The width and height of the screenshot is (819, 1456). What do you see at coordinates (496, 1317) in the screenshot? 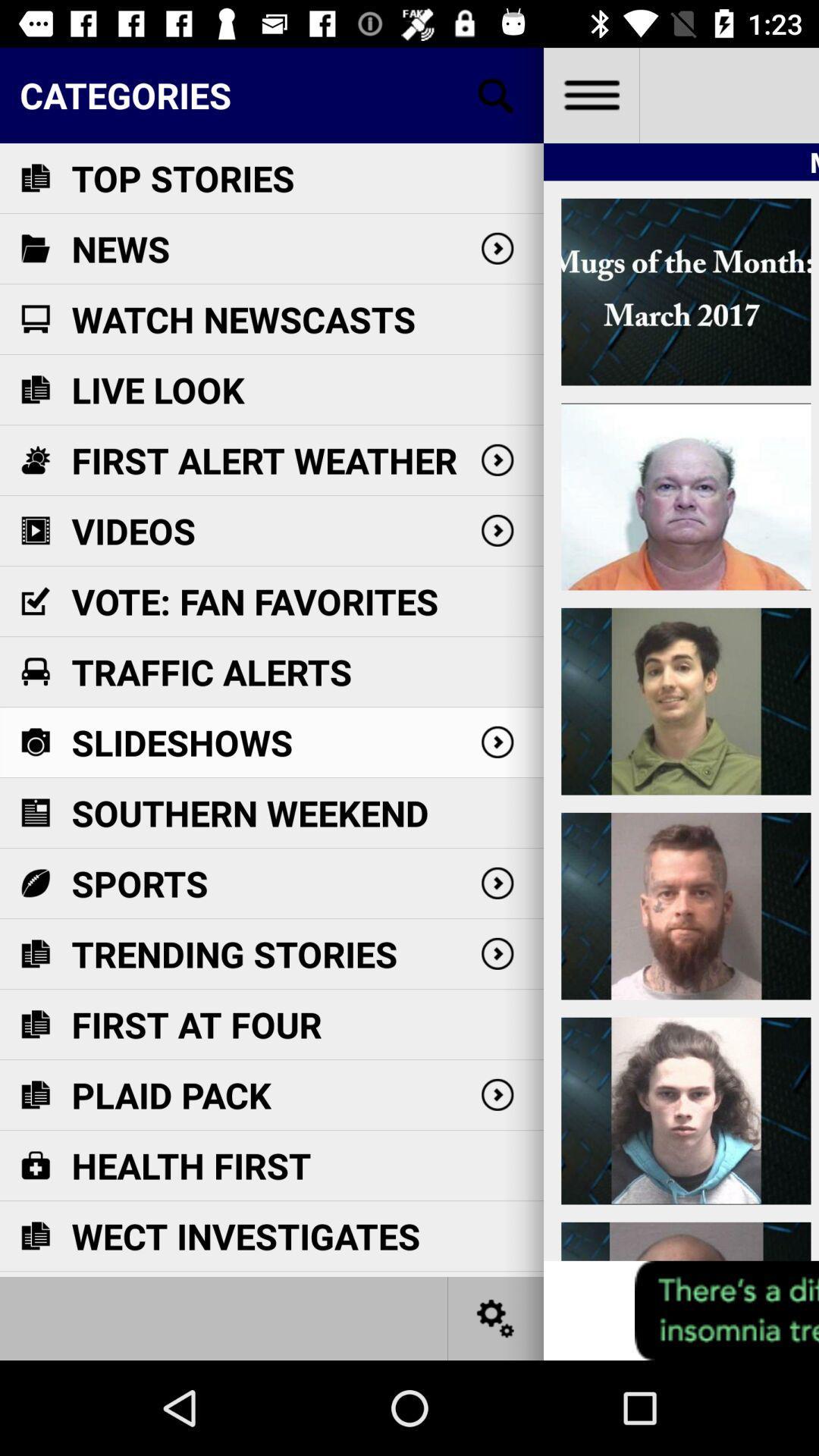
I see `the settings icon` at bounding box center [496, 1317].